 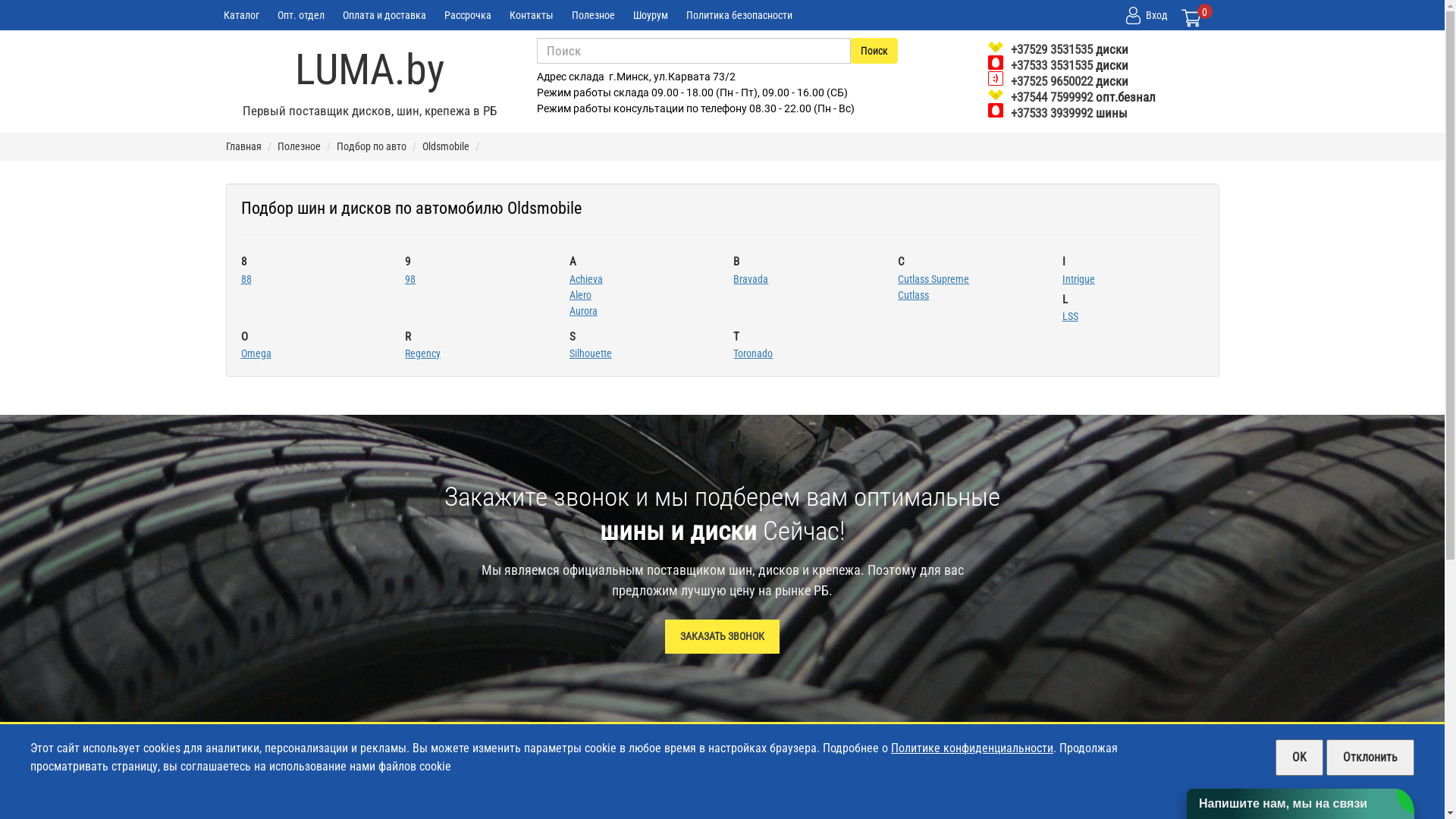 I want to click on 'Silhouette', so click(x=589, y=353).